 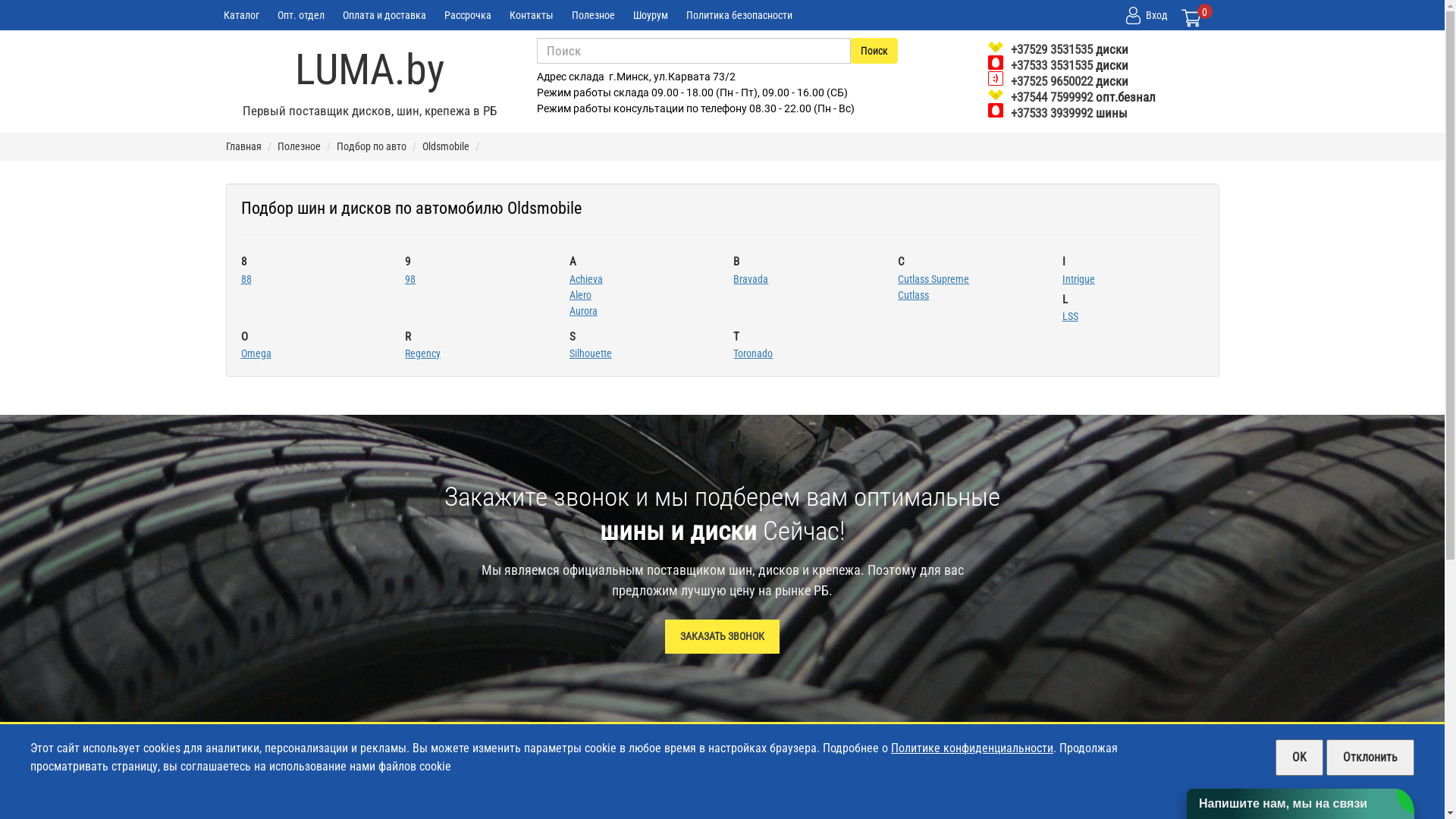 I want to click on 'Silhouette', so click(x=589, y=353).